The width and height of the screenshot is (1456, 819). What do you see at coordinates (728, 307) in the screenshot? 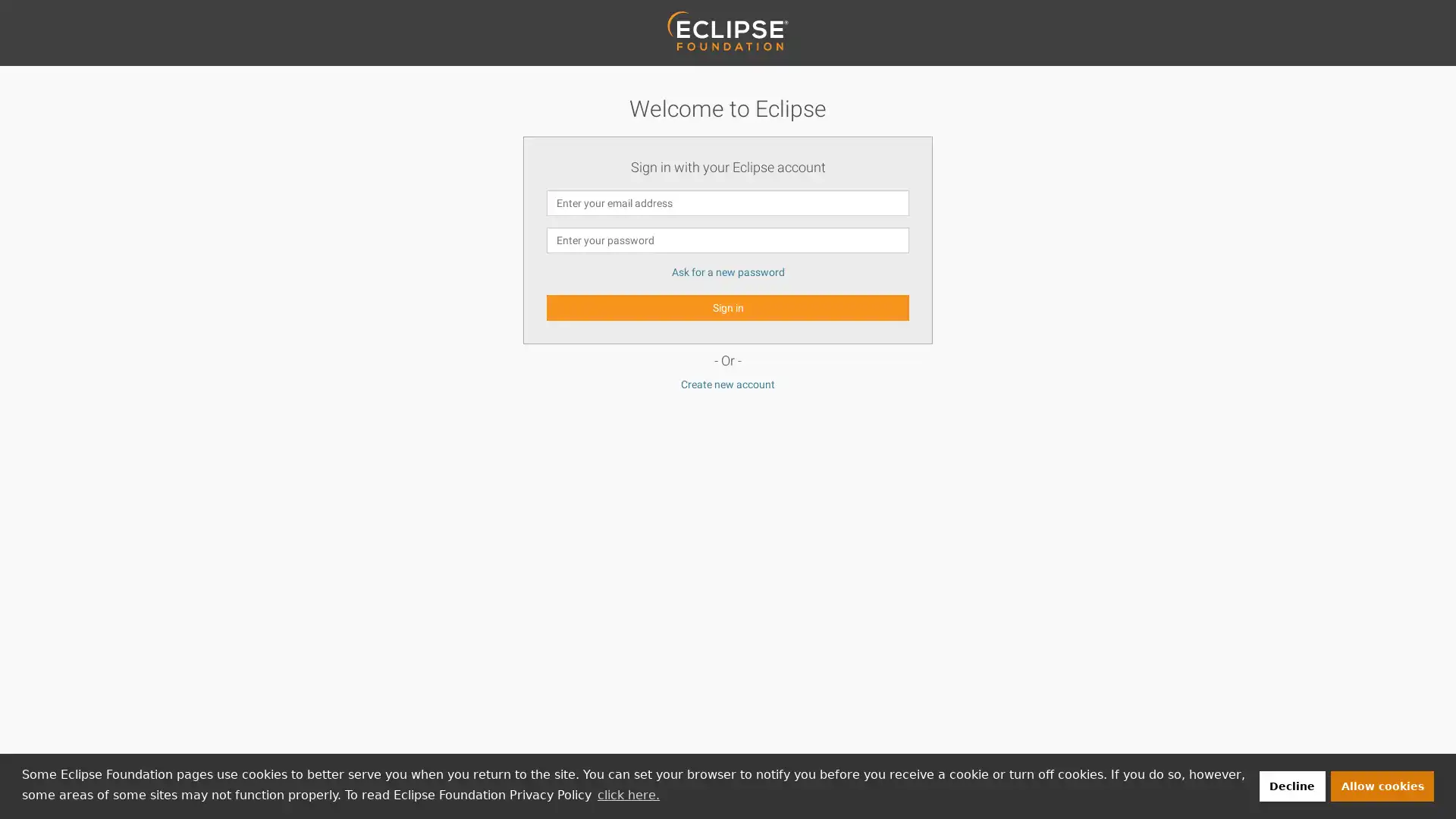
I see `Sign in` at bounding box center [728, 307].